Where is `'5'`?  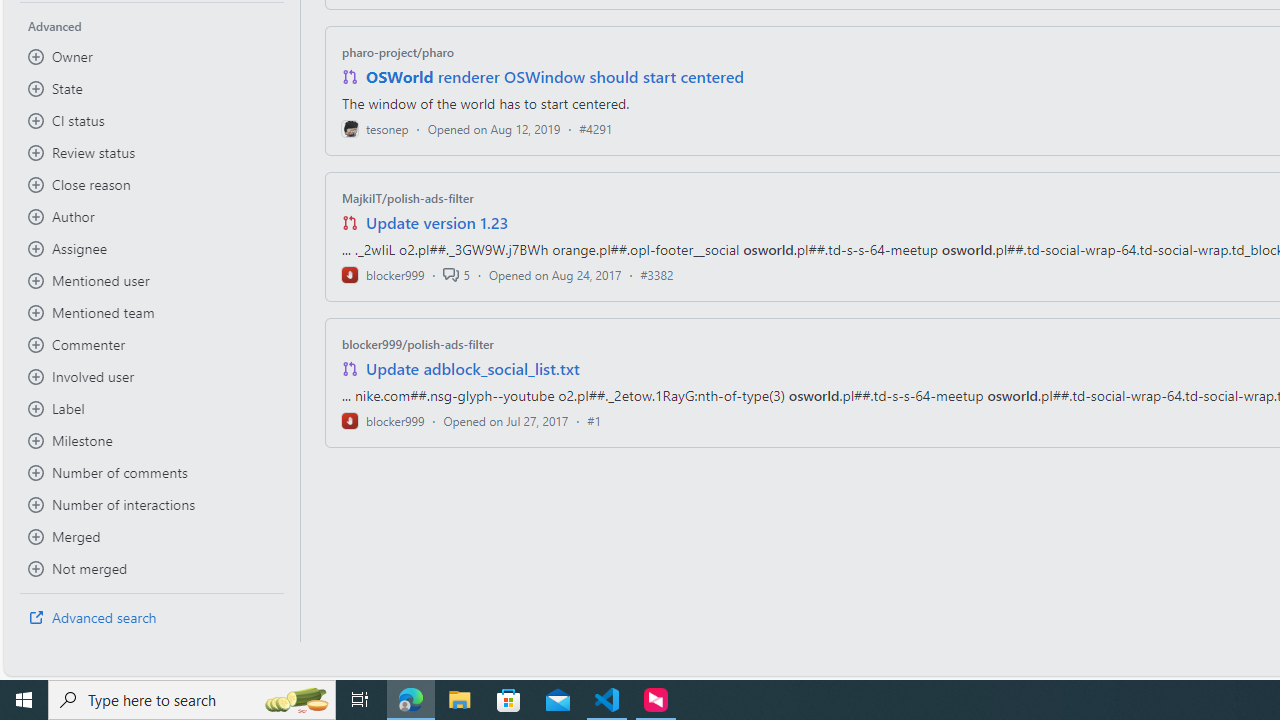
'5' is located at coordinates (455, 274).